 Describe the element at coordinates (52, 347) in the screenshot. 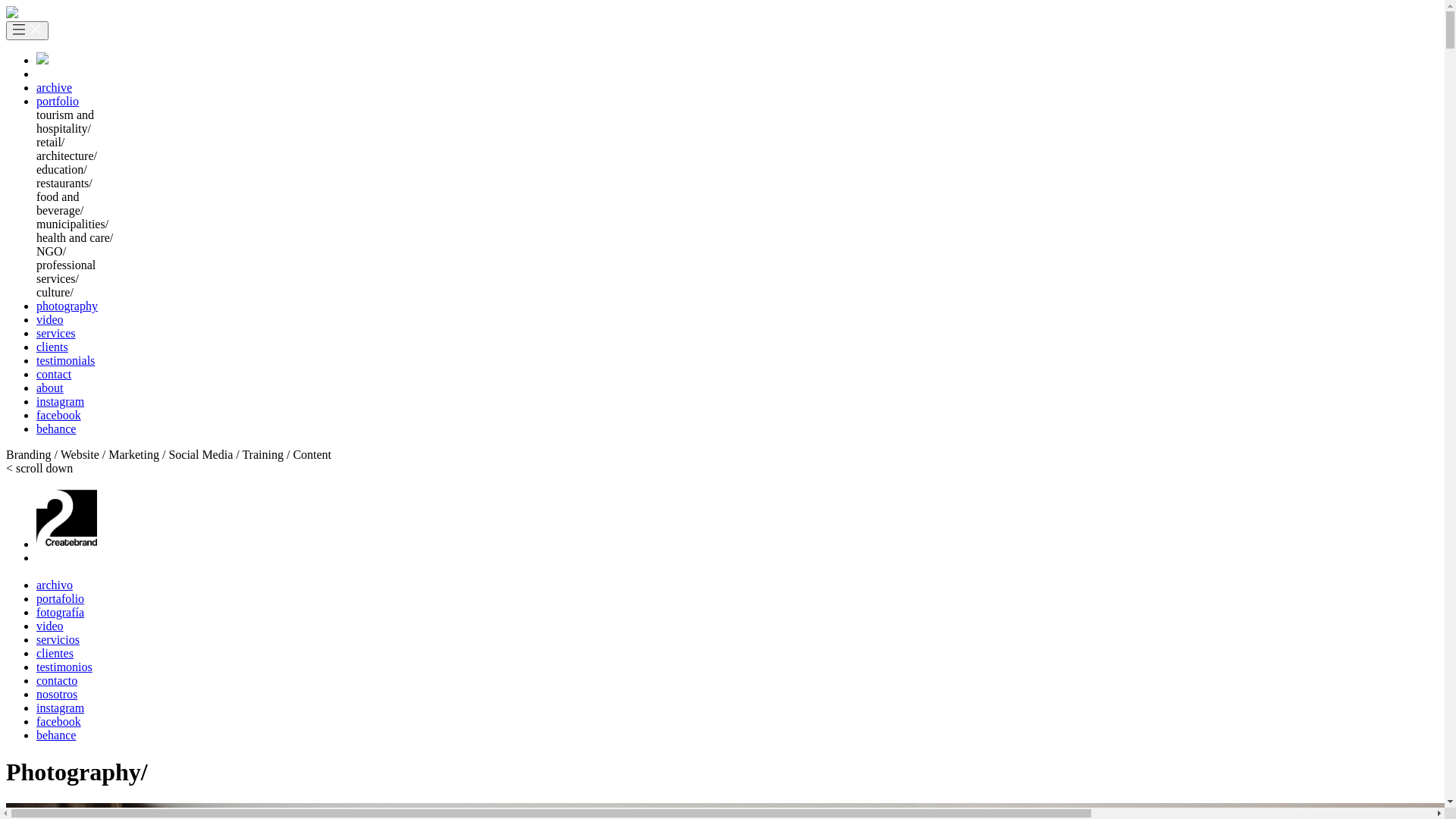

I see `'clients'` at that location.